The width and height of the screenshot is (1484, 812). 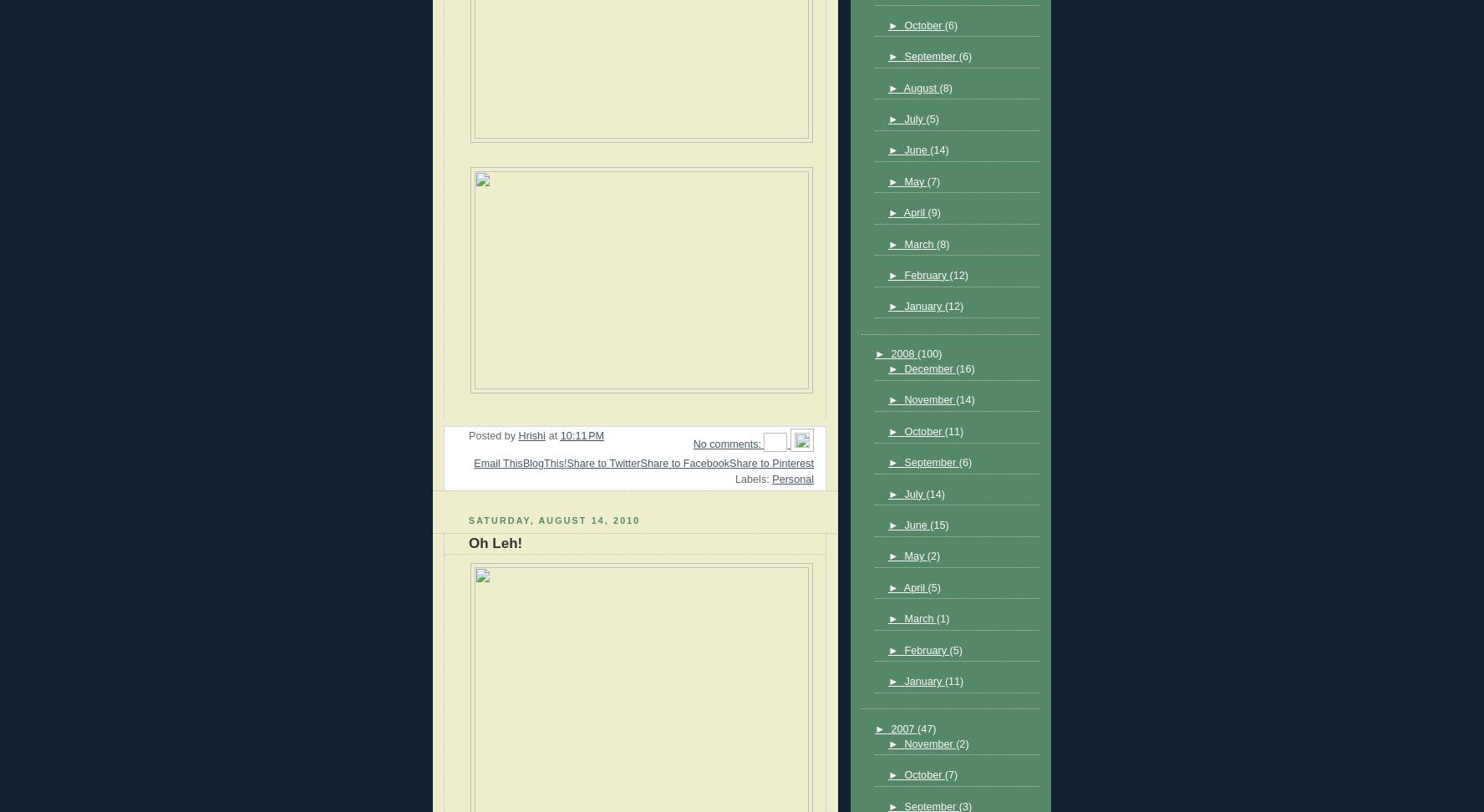 I want to click on 'Personal', so click(x=791, y=477).